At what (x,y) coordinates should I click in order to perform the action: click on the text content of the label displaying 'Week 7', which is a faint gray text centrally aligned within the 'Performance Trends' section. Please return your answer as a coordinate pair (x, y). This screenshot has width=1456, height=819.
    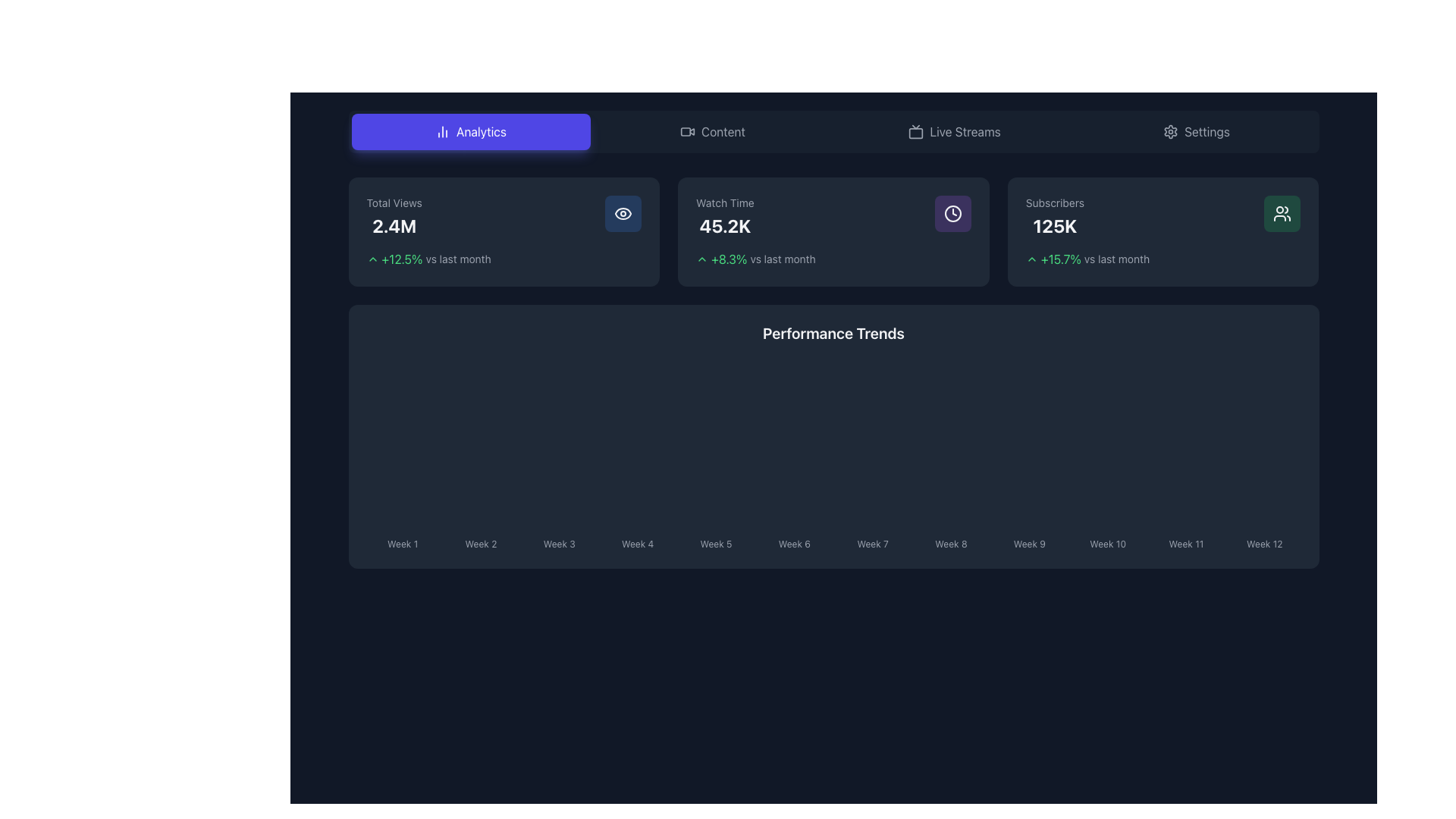
    Looking at the image, I should click on (873, 540).